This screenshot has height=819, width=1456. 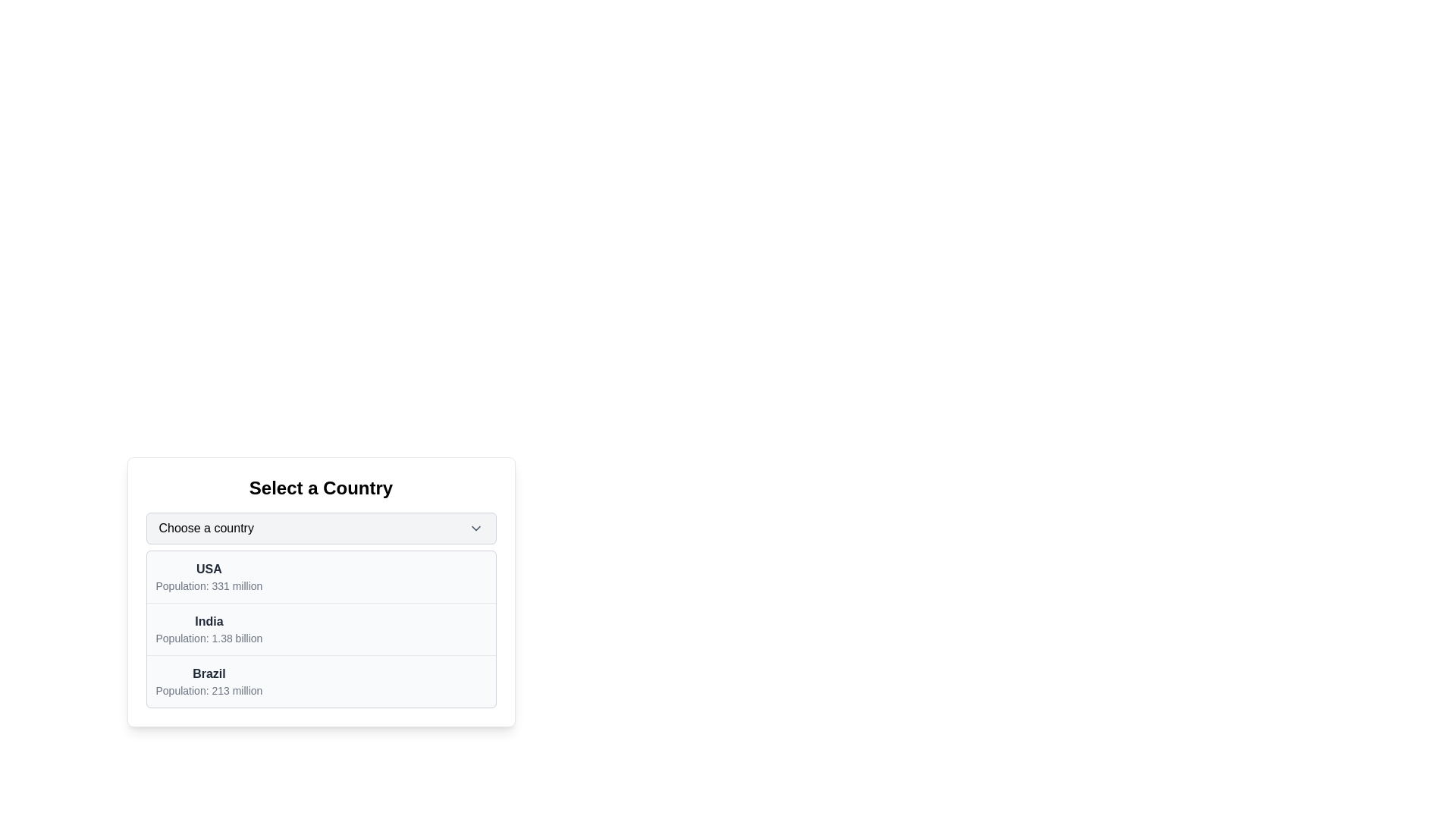 What do you see at coordinates (208, 680) in the screenshot?
I see `the list item displaying 'Brazil' in bold text within the dropdown menu` at bounding box center [208, 680].